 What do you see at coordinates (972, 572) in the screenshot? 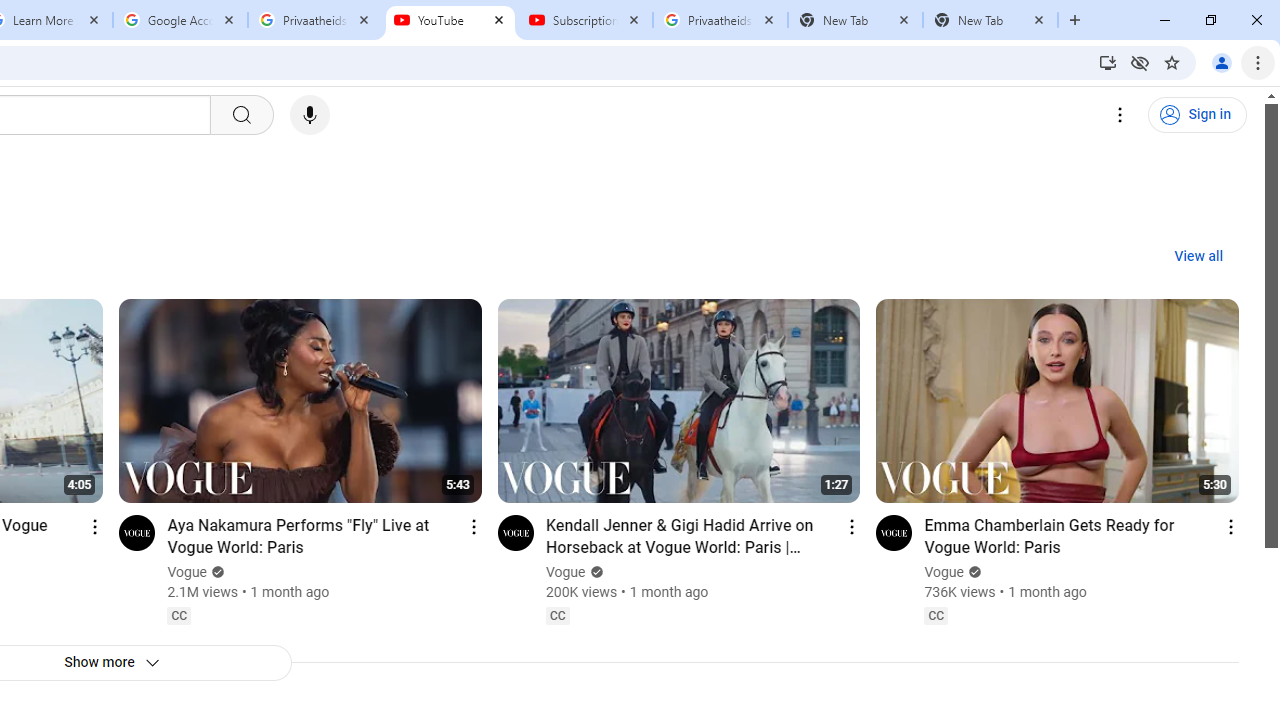
I see `'Verified'` at bounding box center [972, 572].